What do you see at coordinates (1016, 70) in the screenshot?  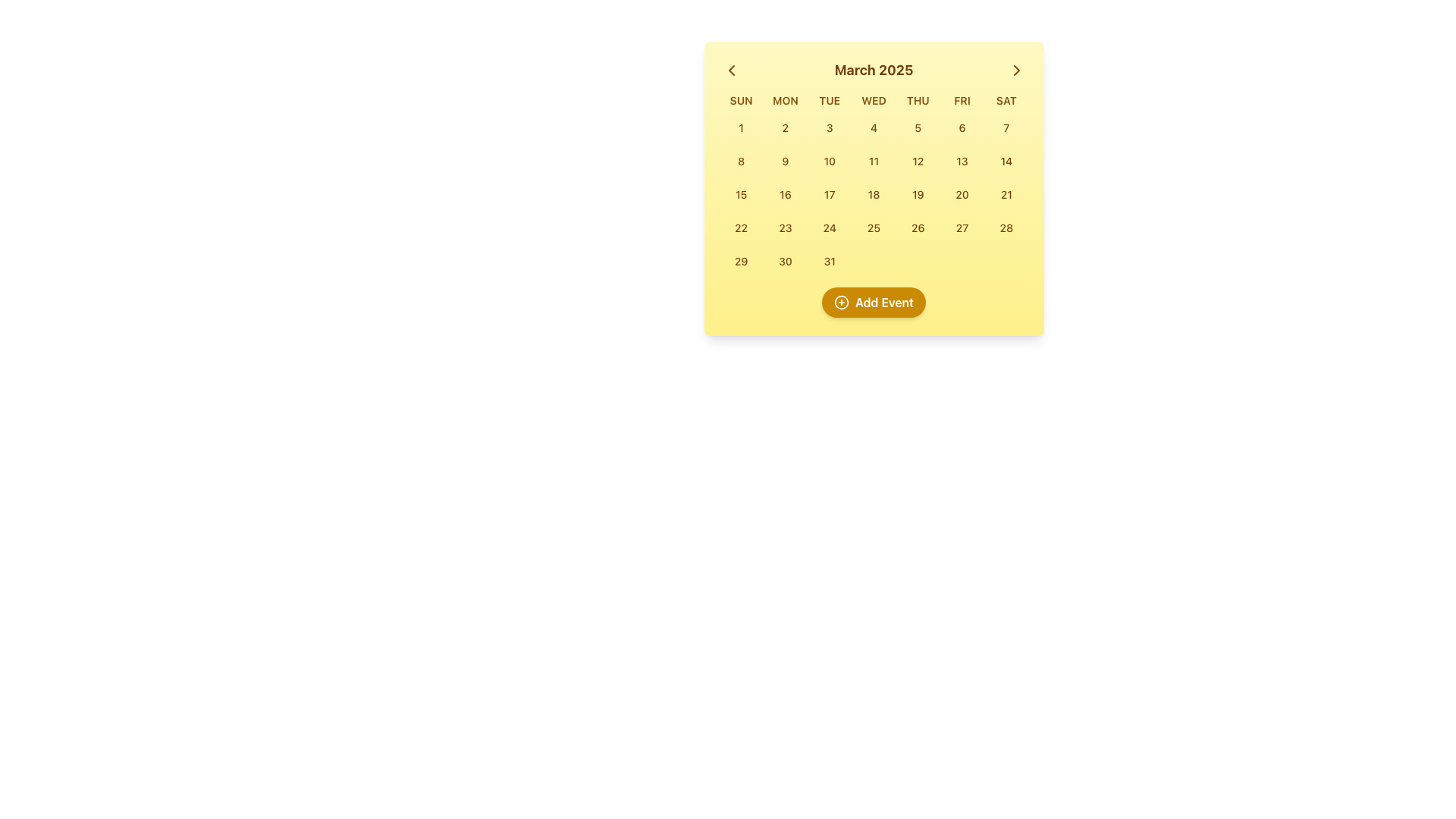 I see `the small yellow chevron arrow button located to the right of 'March 2025' in the calendar header` at bounding box center [1016, 70].